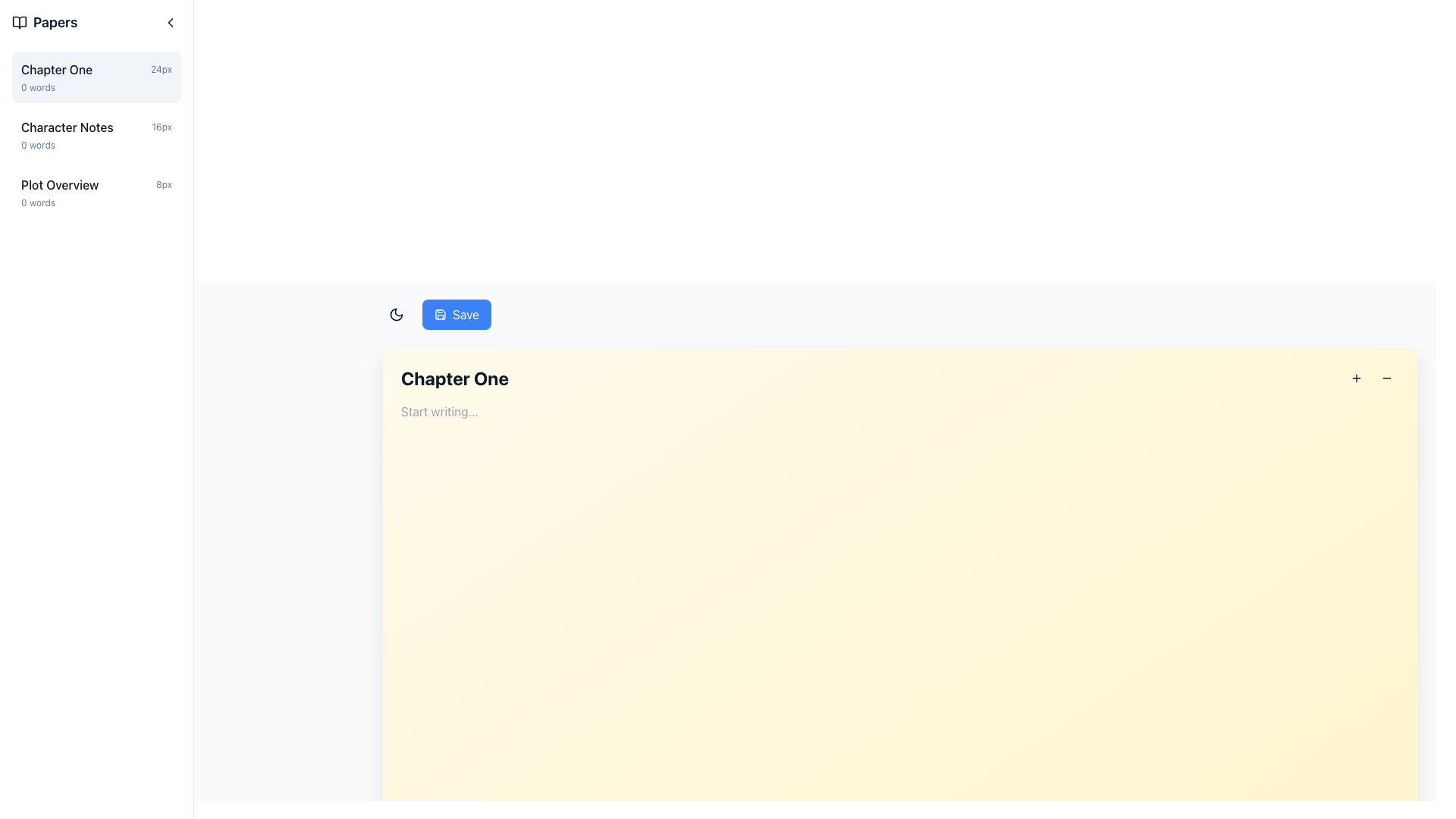 This screenshot has height=819, width=1456. I want to click on the second navigational card labeled 'Character Notes' in the list under the 'Papers' heading, so click(96, 133).